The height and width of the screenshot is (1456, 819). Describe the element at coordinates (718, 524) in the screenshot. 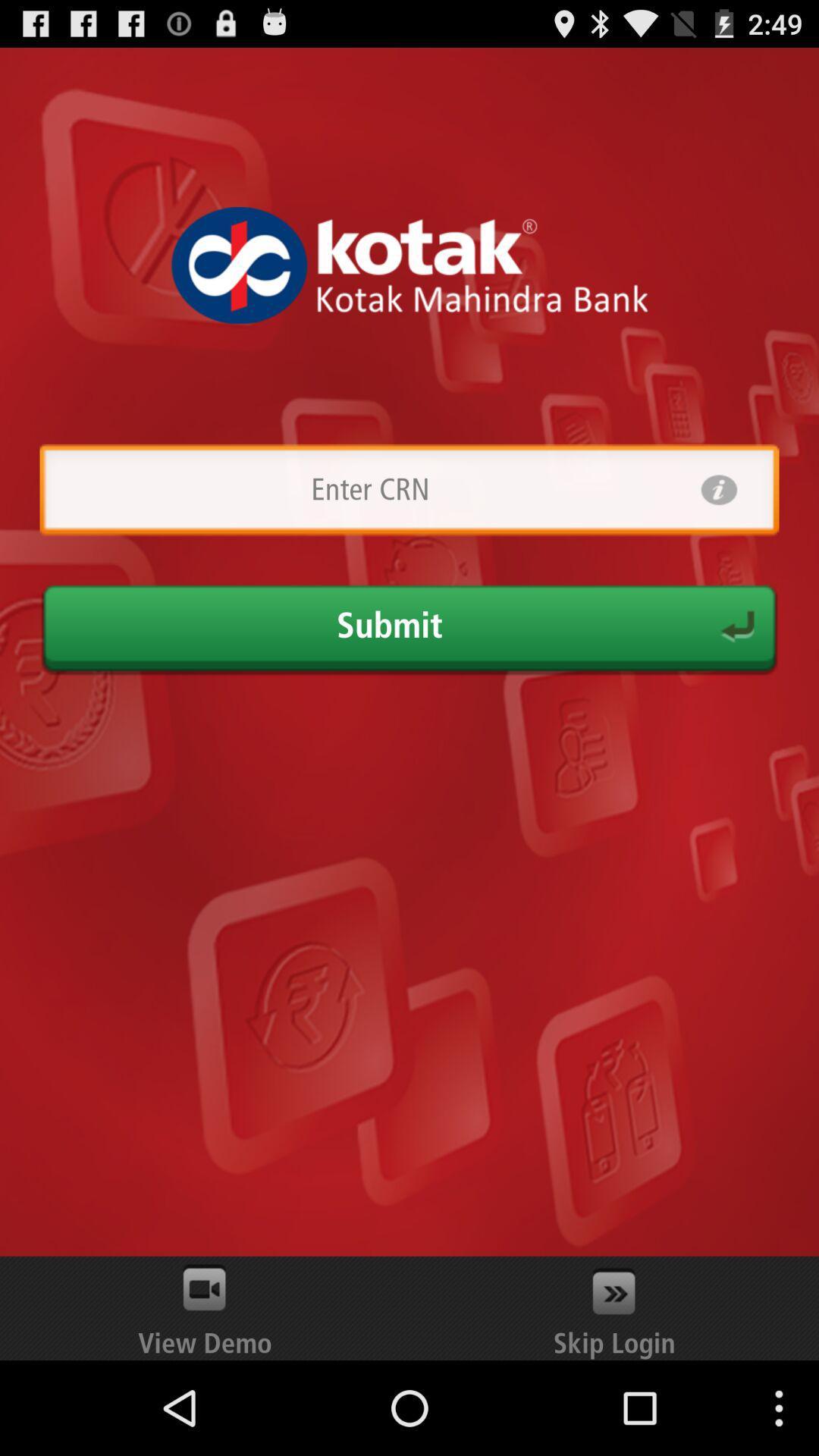

I see `the info icon` at that location.